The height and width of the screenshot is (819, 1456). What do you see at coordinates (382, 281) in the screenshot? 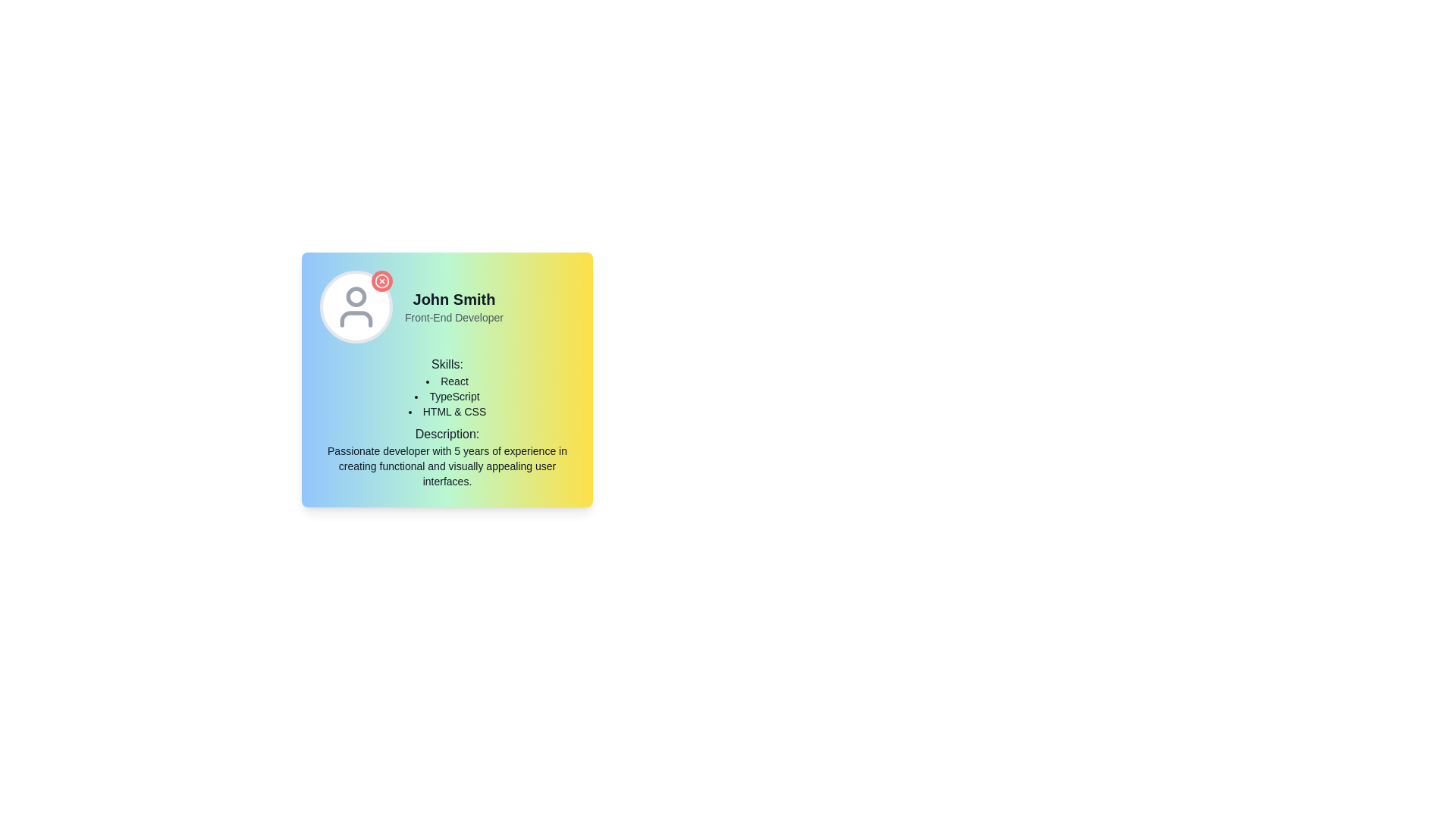
I see `the circular SVG element that is centrally positioned within the icon structure in the top-left region of the card's header area` at bounding box center [382, 281].